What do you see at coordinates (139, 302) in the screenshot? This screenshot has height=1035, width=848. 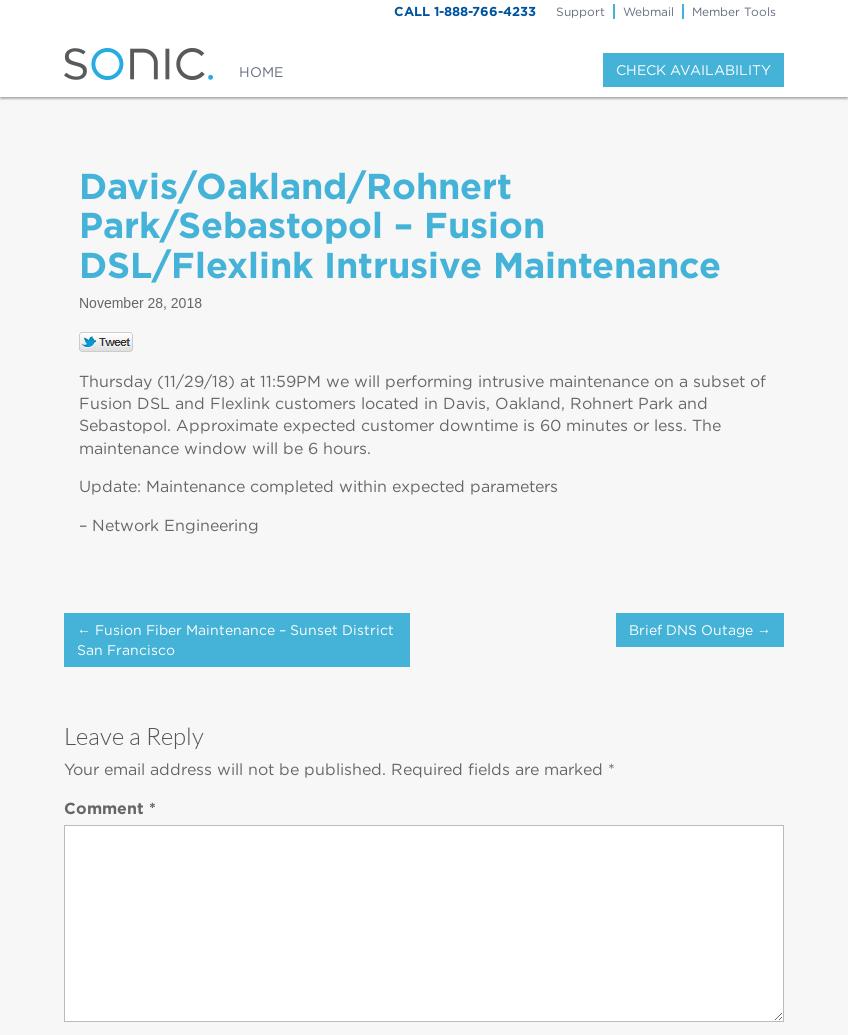 I see `'November 28, 2018'` at bounding box center [139, 302].